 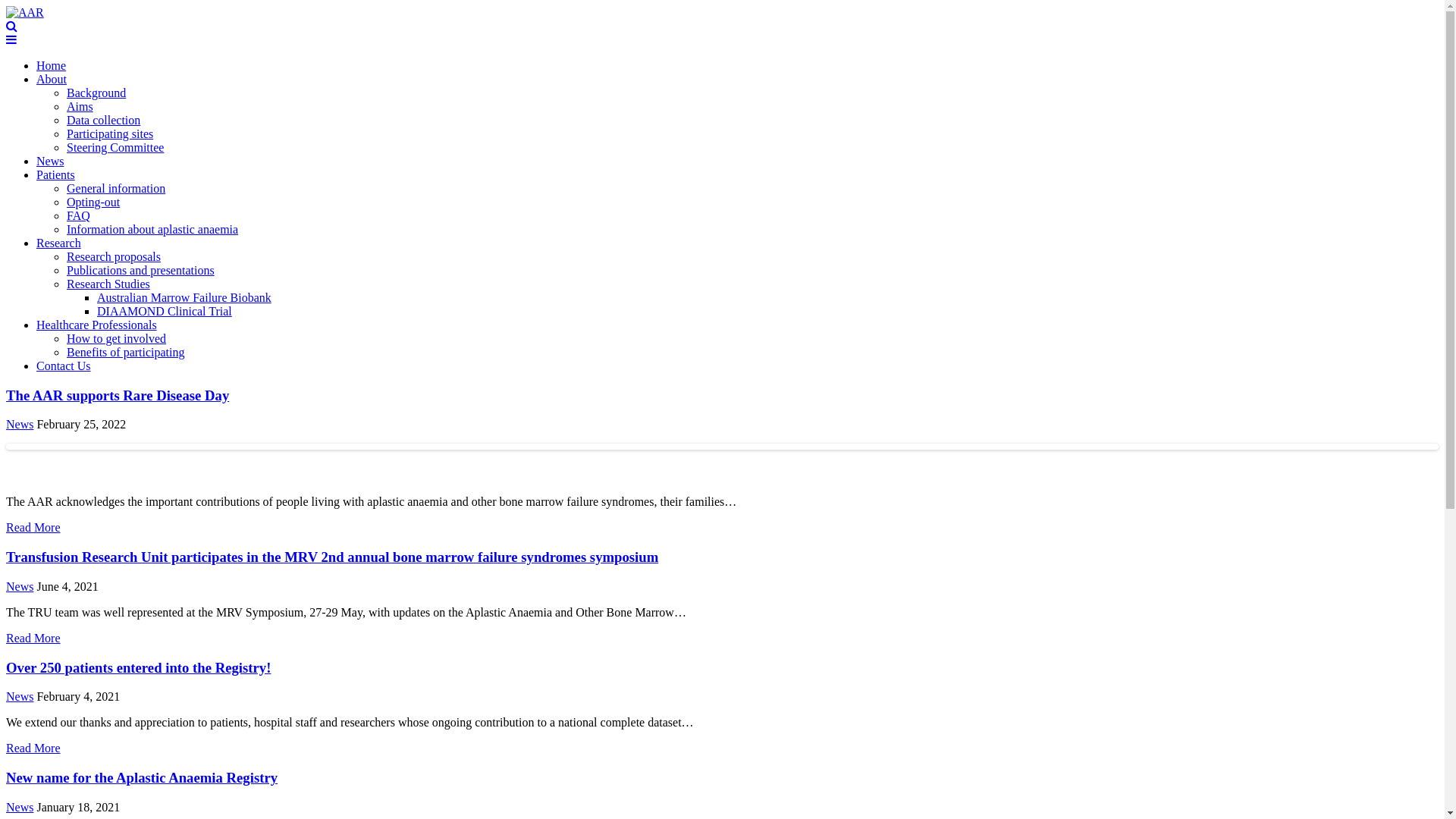 I want to click on 'Healthcare Professionals', so click(x=96, y=324).